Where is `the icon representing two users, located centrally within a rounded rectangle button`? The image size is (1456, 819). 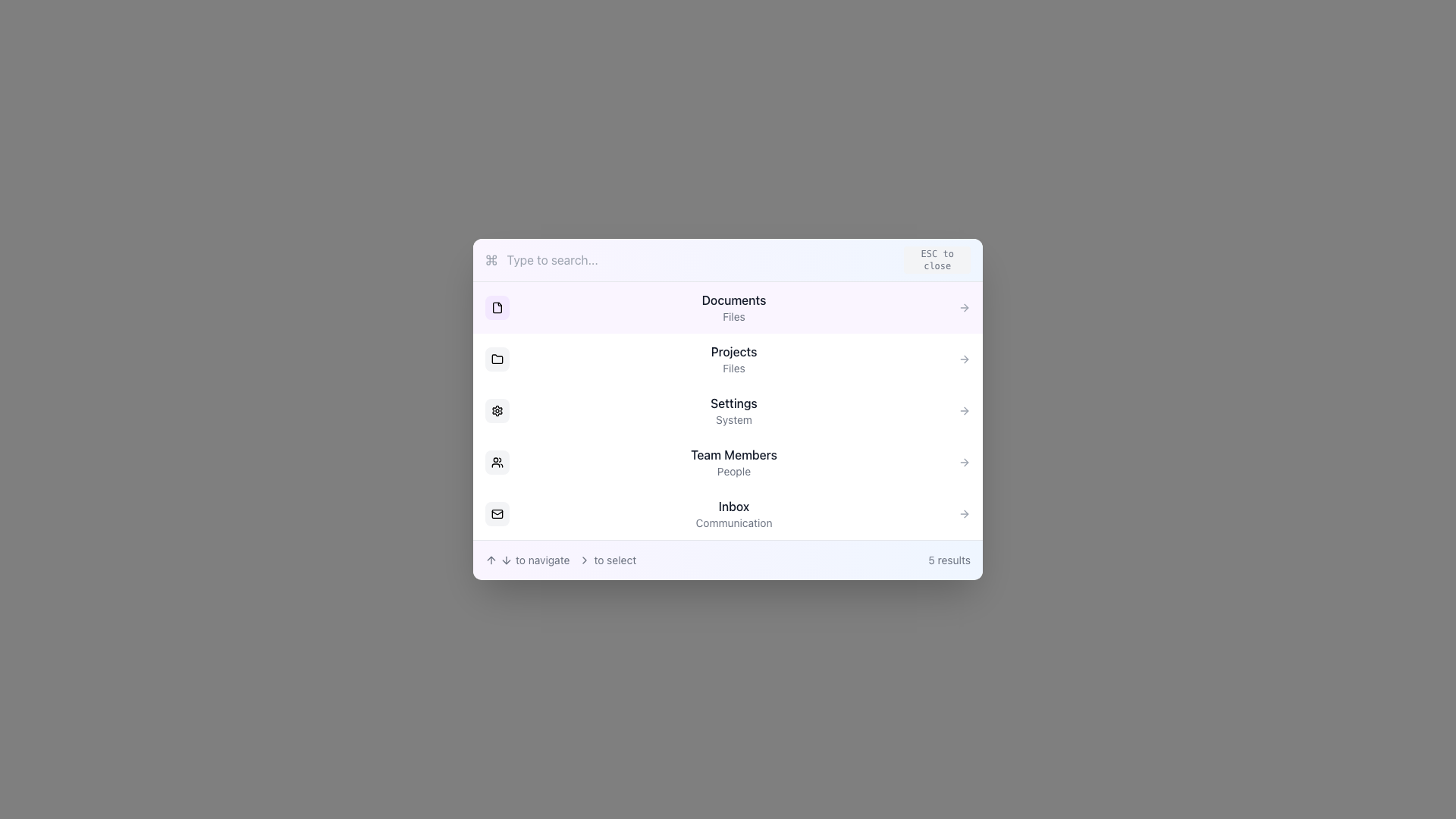
the icon representing two users, located centrally within a rounded rectangle button is located at coordinates (497, 461).